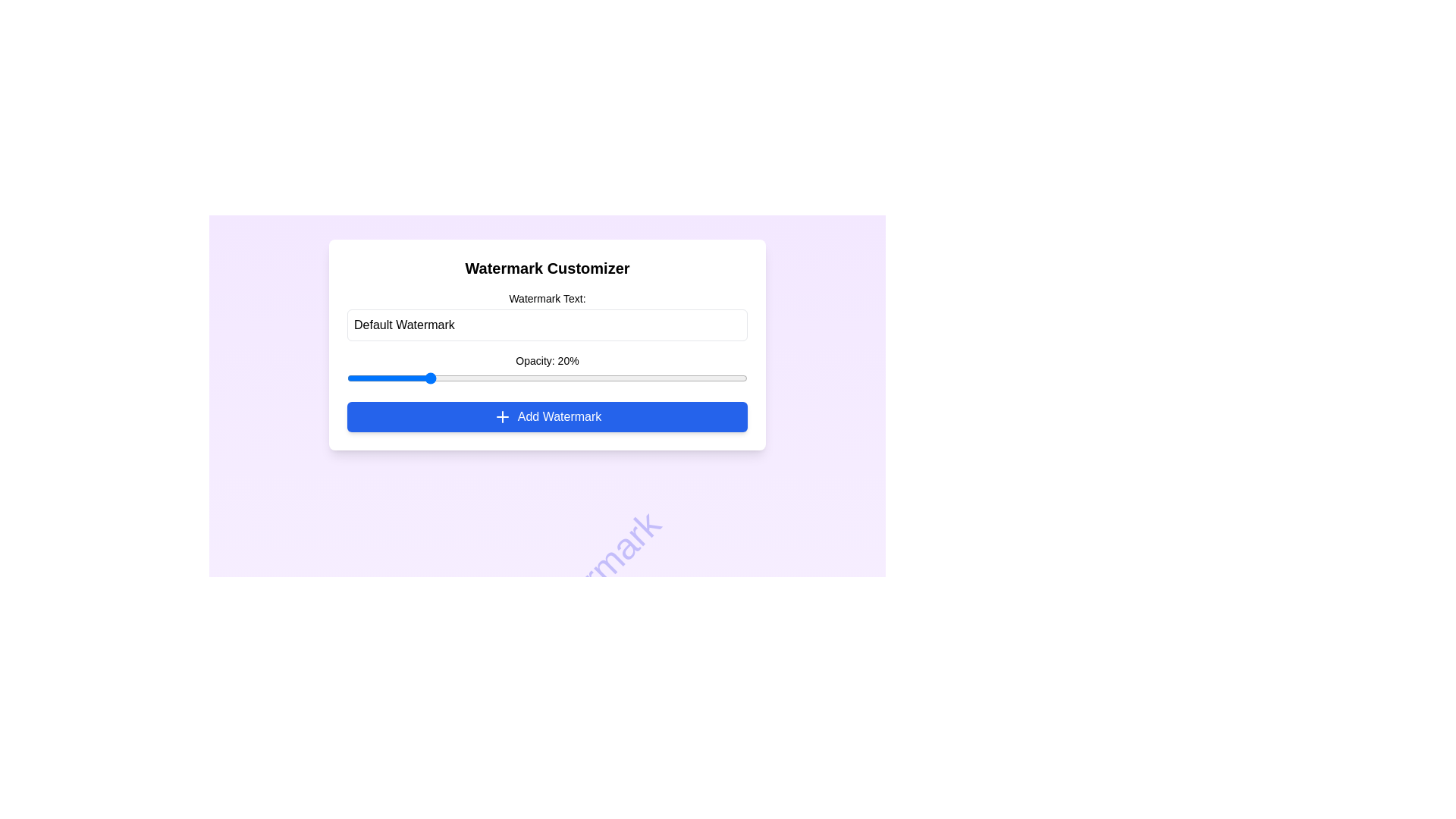 The image size is (1456, 819). What do you see at coordinates (546, 360) in the screenshot?
I see `text displayed on the label that shows 'Opacity: 20%' in the Watermark Customizer section, which is positioned above the slider widget` at bounding box center [546, 360].